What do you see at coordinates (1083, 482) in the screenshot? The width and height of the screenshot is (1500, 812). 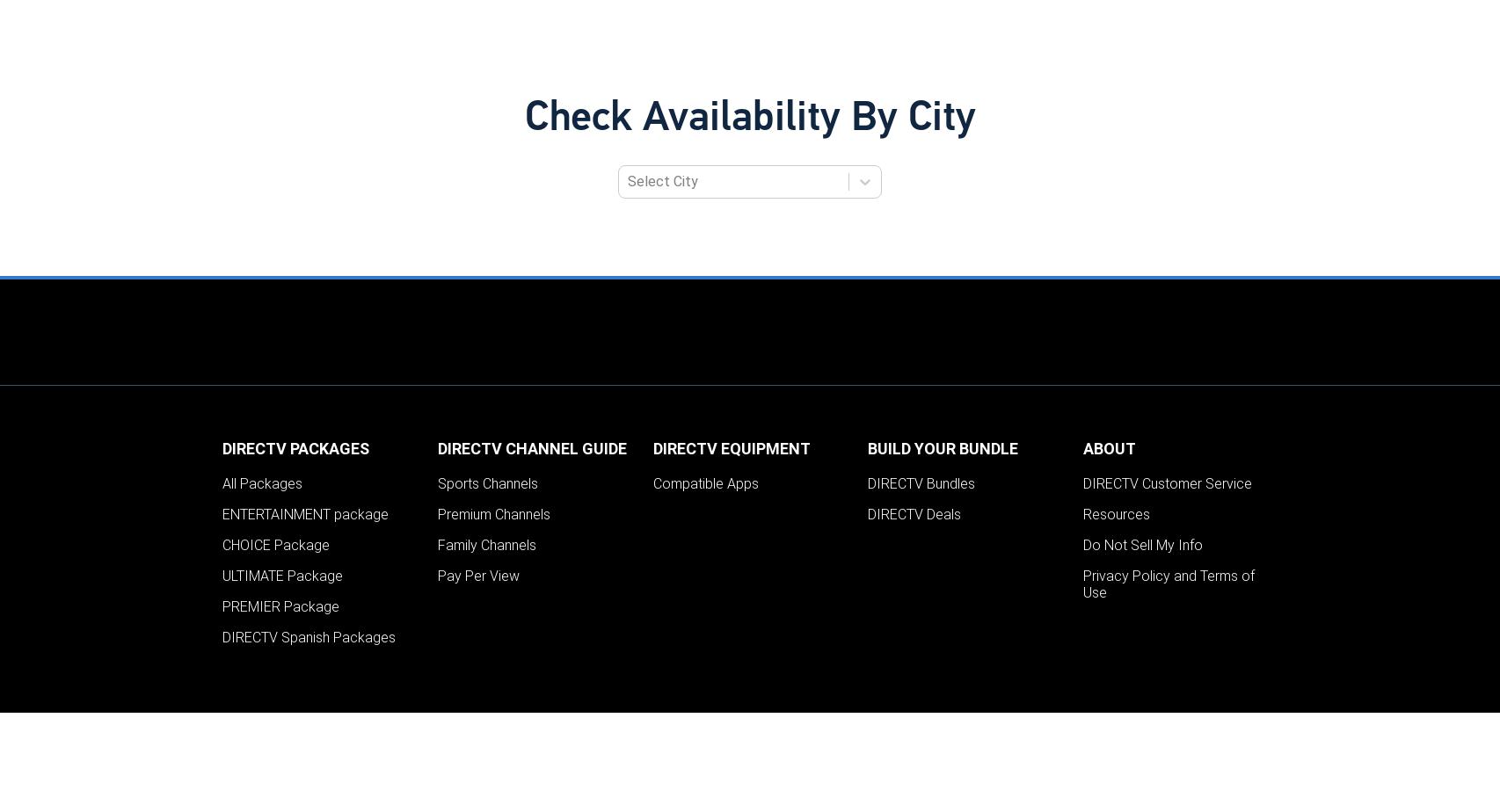 I see `'DIRECTV Customer Service'` at bounding box center [1083, 482].